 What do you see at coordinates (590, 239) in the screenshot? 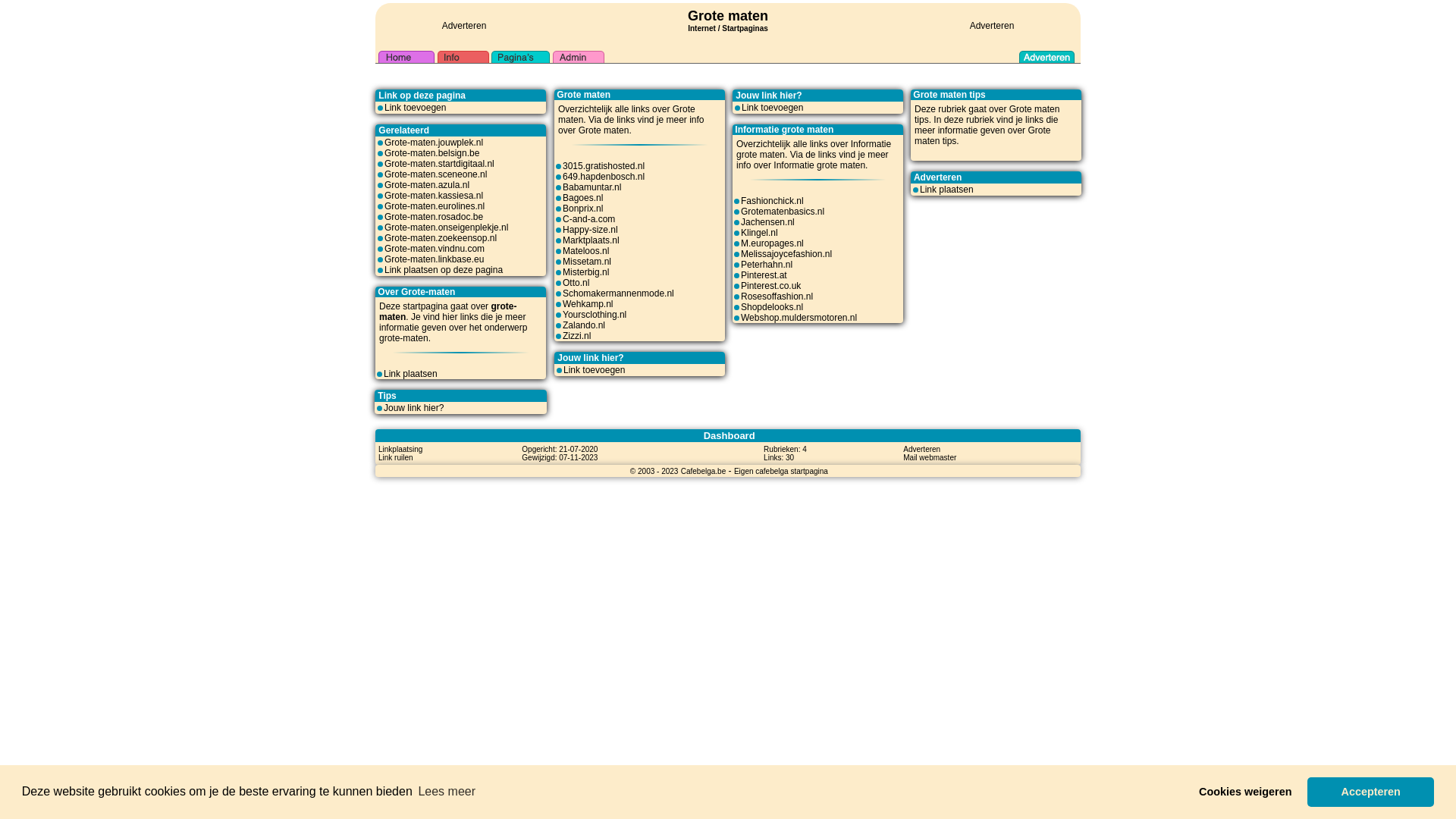
I see `'Marktplaats.nl'` at bounding box center [590, 239].